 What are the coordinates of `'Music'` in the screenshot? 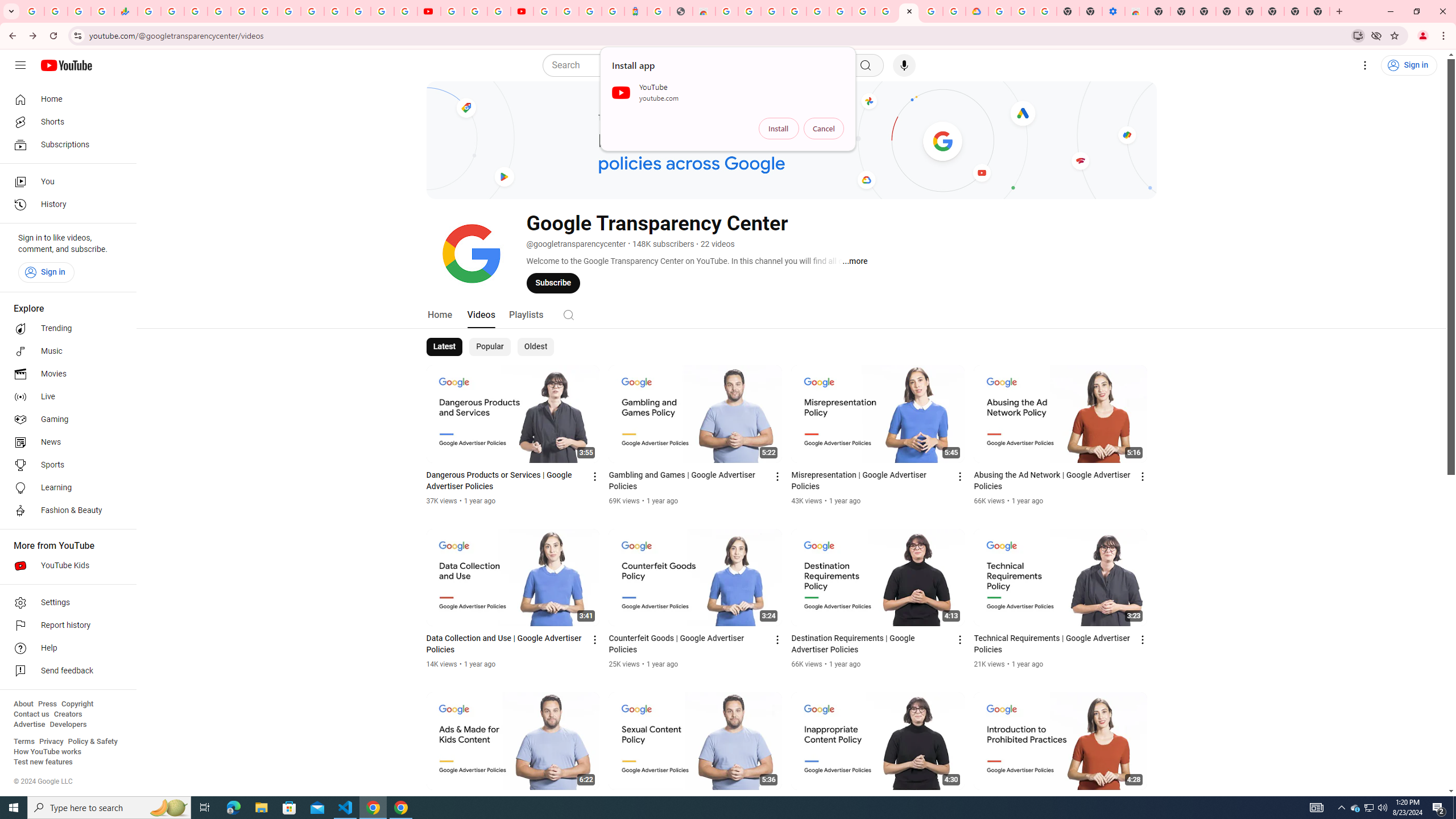 It's located at (64, 350).